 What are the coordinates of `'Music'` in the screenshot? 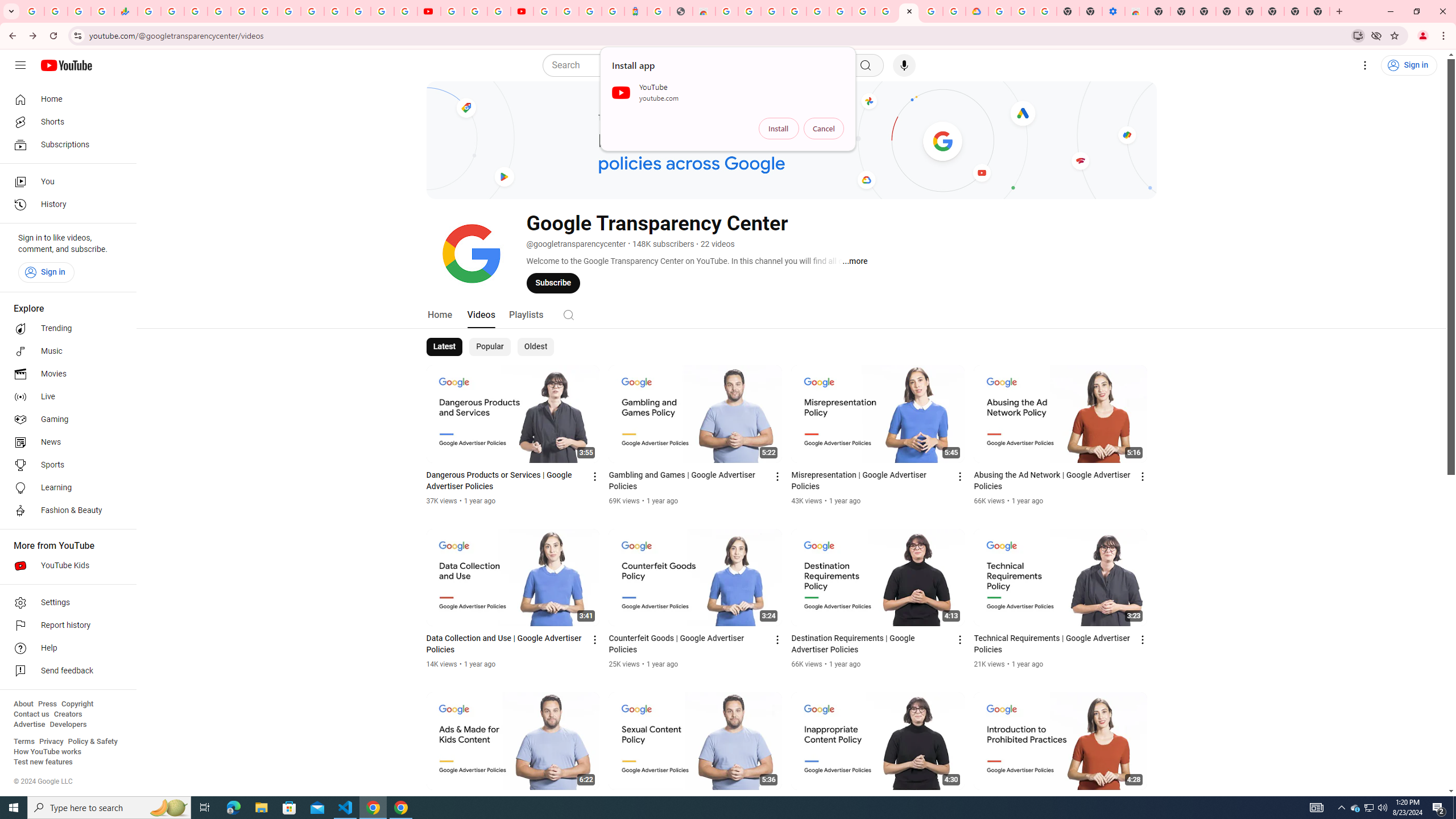 It's located at (64, 350).